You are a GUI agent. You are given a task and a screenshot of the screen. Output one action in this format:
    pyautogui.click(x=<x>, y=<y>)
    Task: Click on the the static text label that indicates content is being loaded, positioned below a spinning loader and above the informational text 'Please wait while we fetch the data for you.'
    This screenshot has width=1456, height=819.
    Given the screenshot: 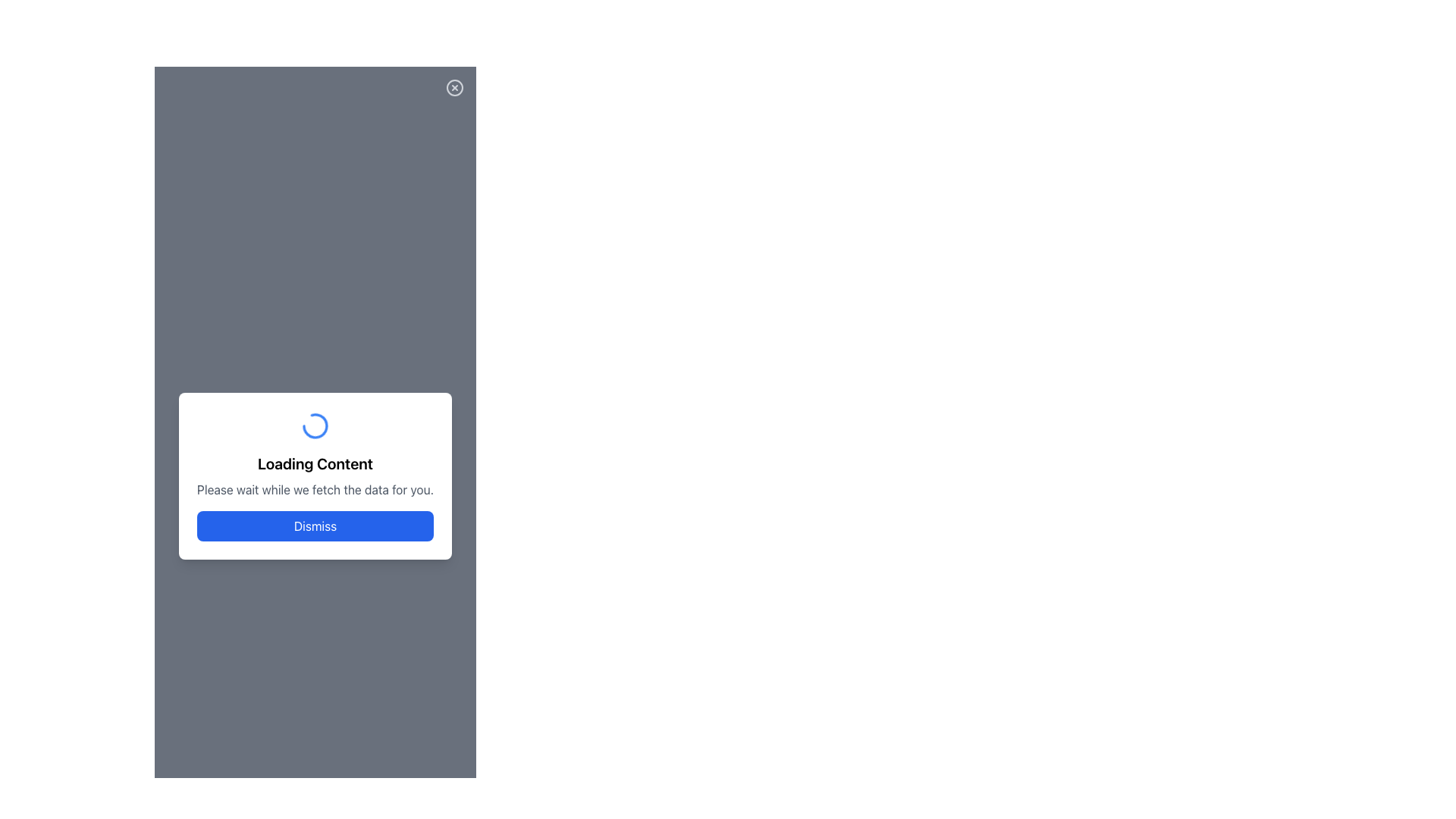 What is the action you would take?
    pyautogui.click(x=315, y=463)
    